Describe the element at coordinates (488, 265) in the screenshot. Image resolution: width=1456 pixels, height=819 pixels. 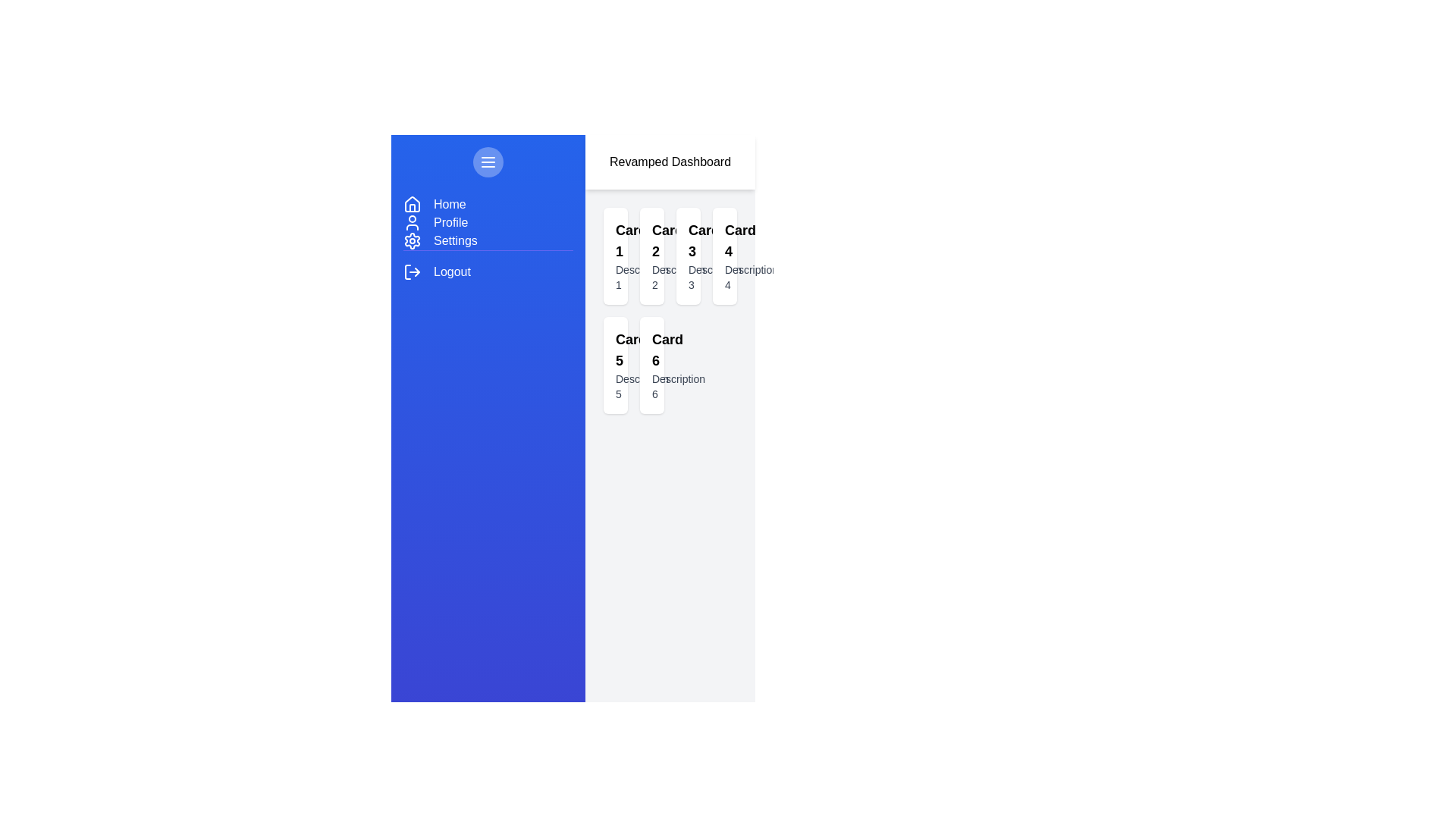
I see `the Logout Navigation Menu Item located at the bottom of the navigation menu, below the 'Settings' option` at that location.